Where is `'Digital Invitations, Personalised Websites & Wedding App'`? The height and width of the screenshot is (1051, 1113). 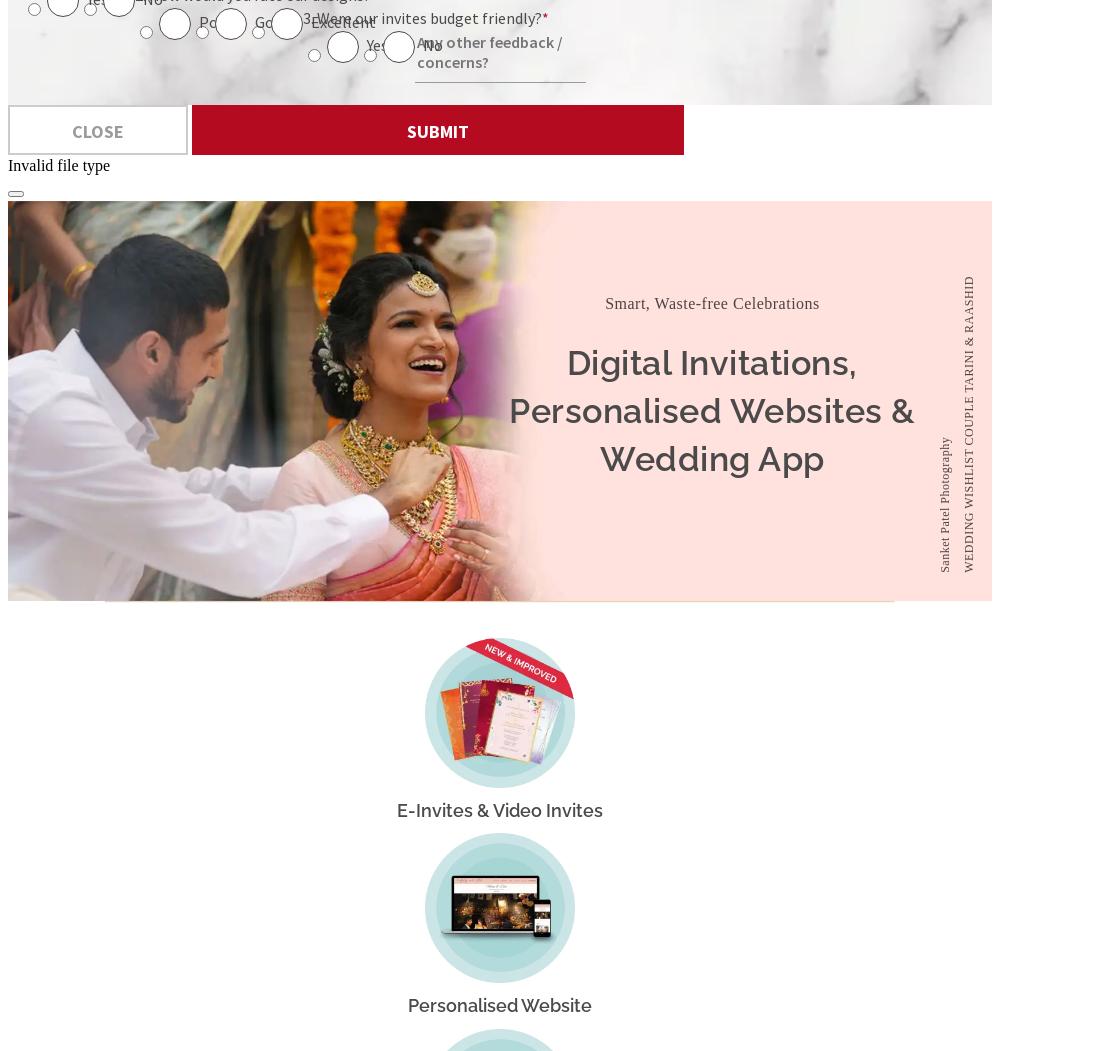
'Digital Invitations, Personalised Websites & Wedding App' is located at coordinates (711, 410).